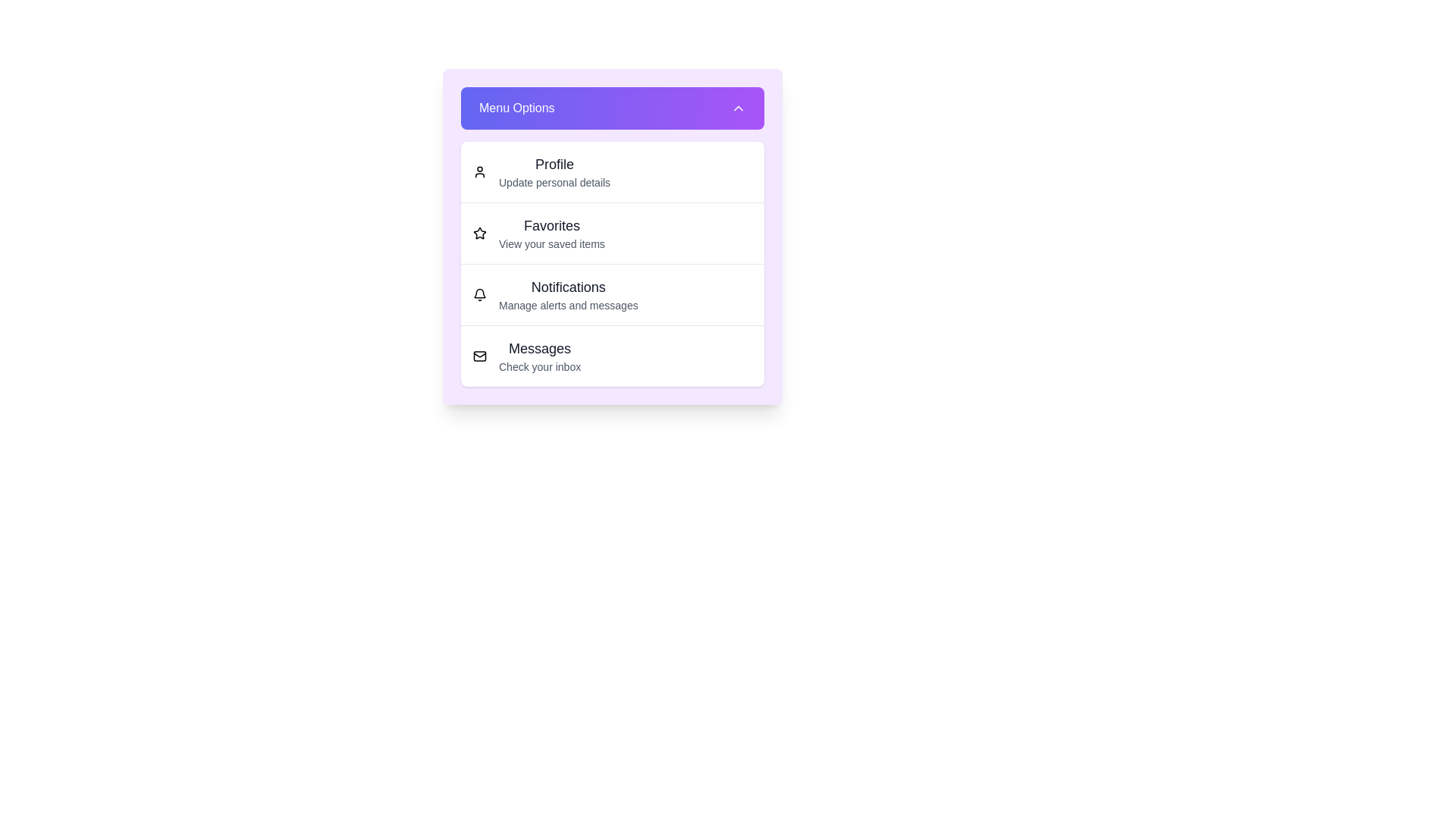  Describe the element at coordinates (612, 356) in the screenshot. I see `the menu option Messages from the list` at that location.